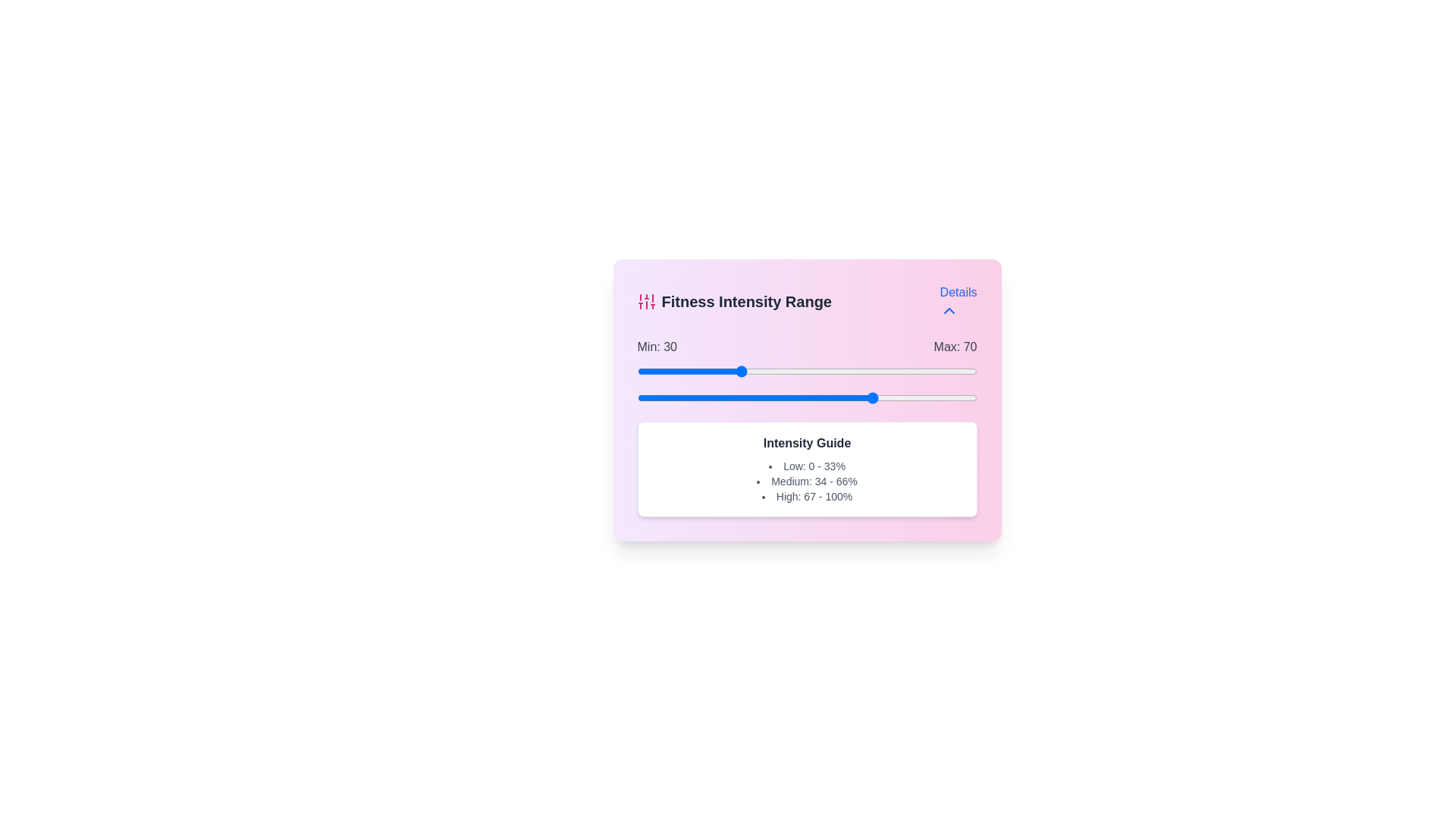  I want to click on the minimum intensity slider to 33 percent, so click(749, 371).